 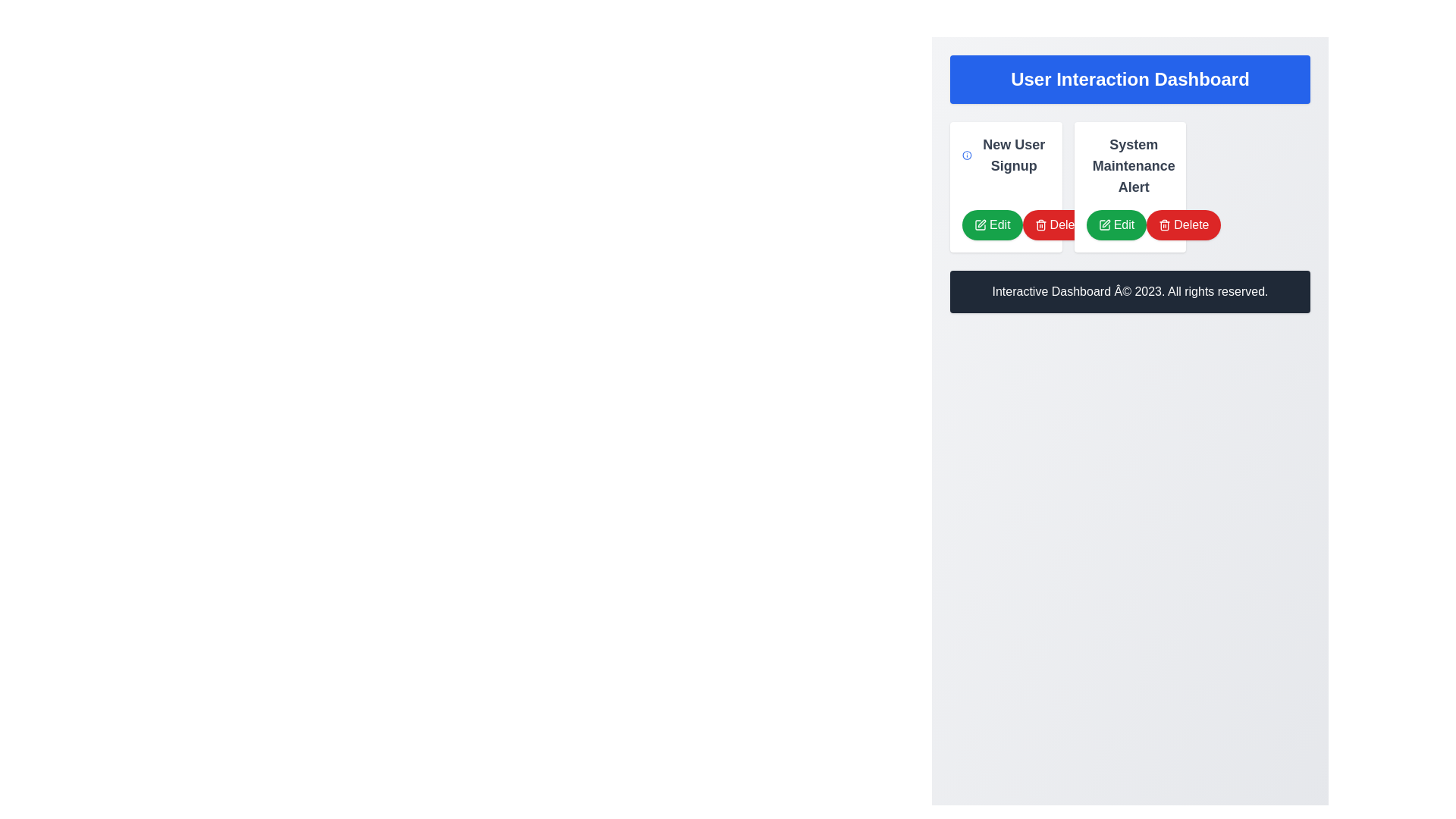 I want to click on the informational icon located to the left of the title text in the 'New User Signup' section, so click(x=966, y=155).